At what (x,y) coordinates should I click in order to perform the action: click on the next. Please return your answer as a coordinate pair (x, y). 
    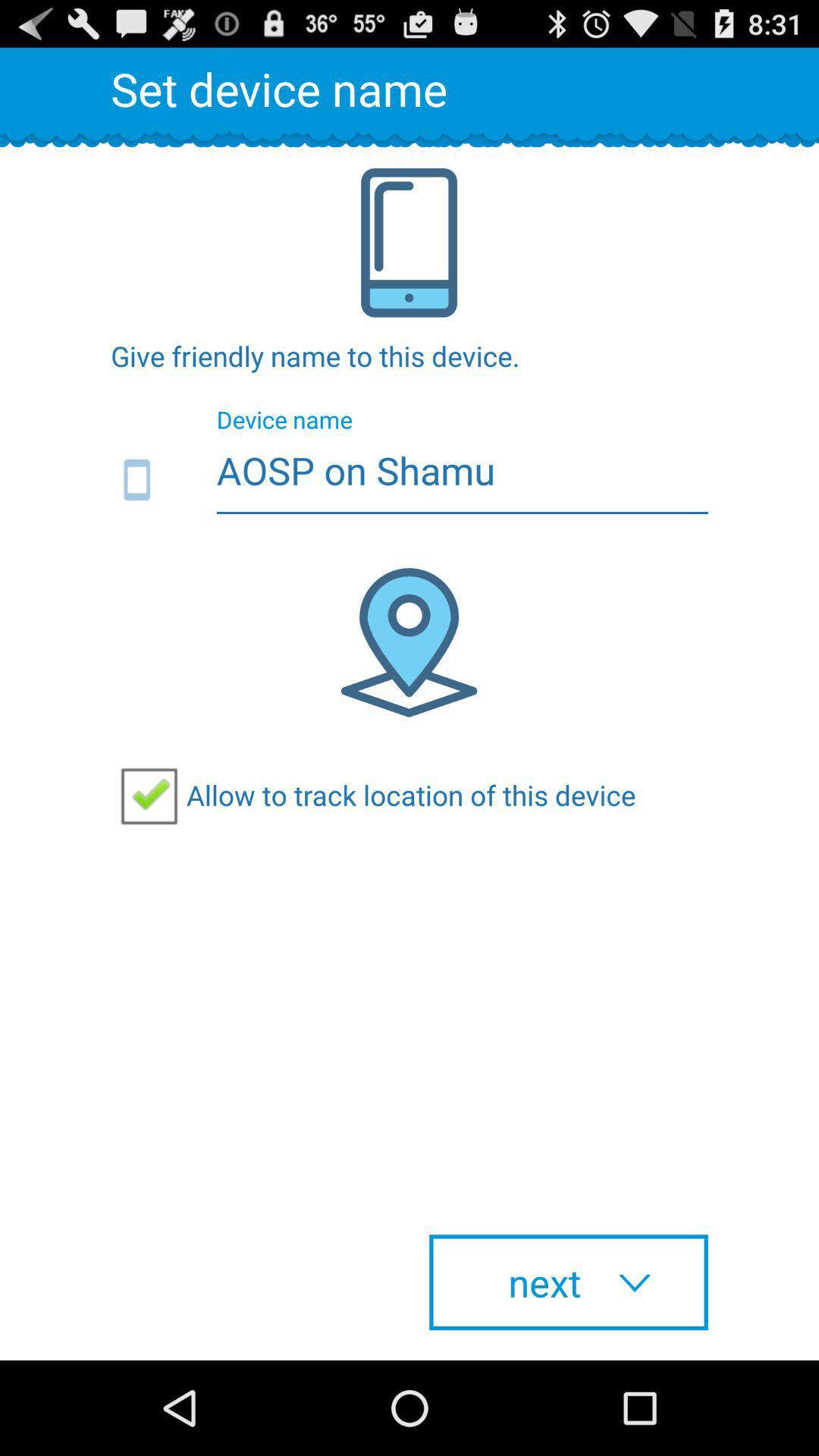
    Looking at the image, I should click on (568, 1282).